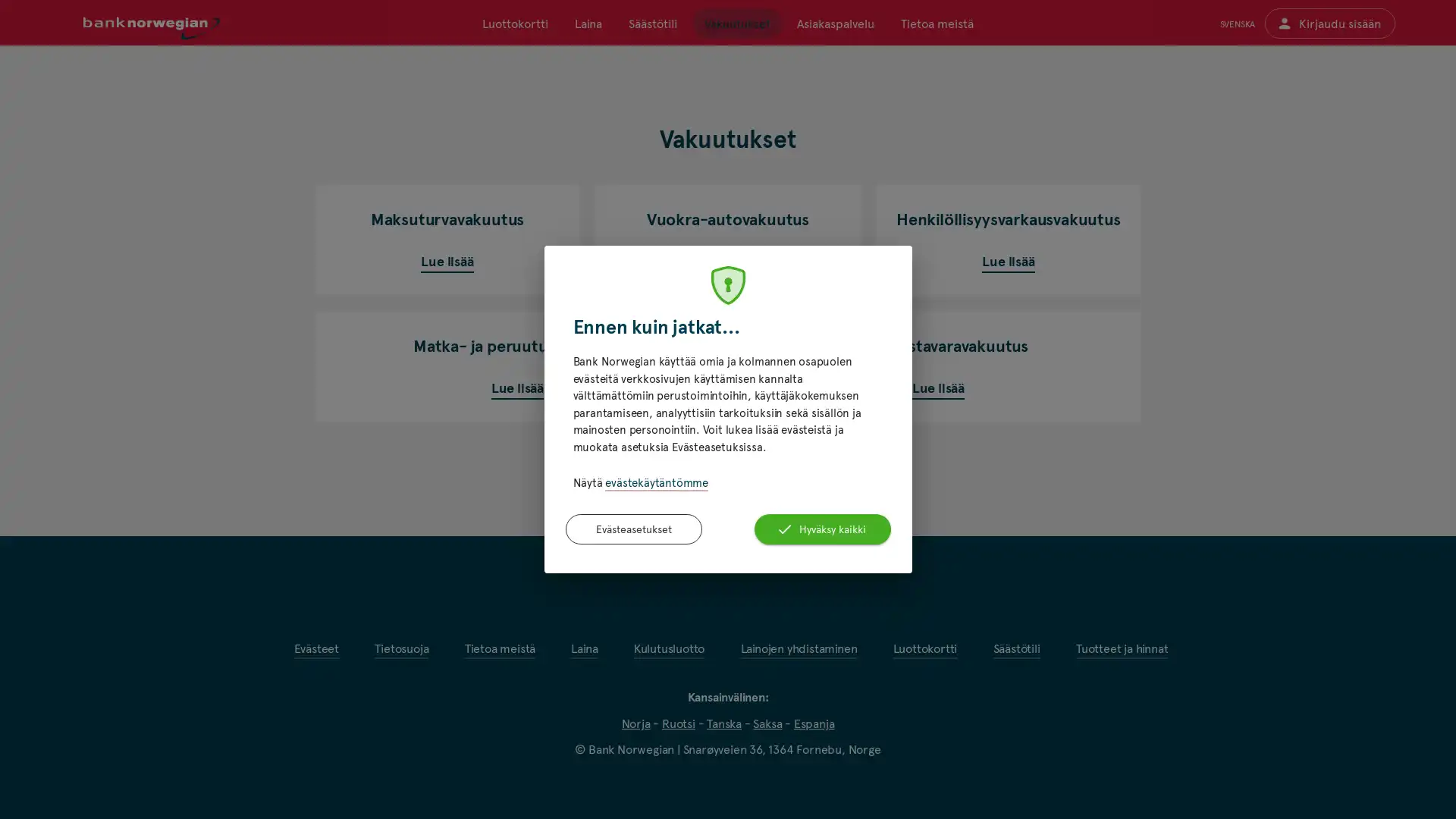 This screenshot has width=1456, height=819. Describe the element at coordinates (736, 23) in the screenshot. I see `Vakuutukset` at that location.